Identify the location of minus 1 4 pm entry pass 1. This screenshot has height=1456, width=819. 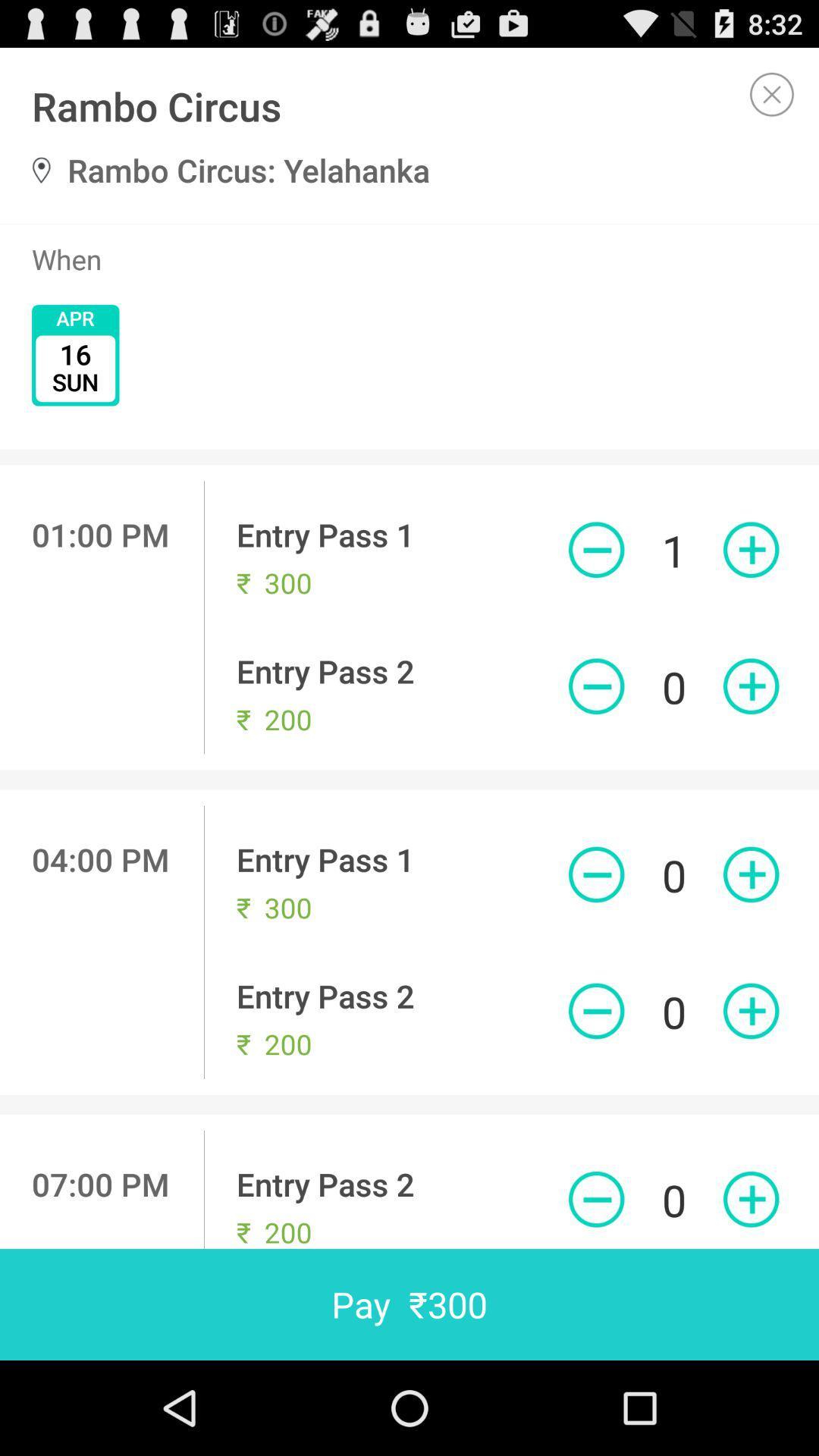
(595, 874).